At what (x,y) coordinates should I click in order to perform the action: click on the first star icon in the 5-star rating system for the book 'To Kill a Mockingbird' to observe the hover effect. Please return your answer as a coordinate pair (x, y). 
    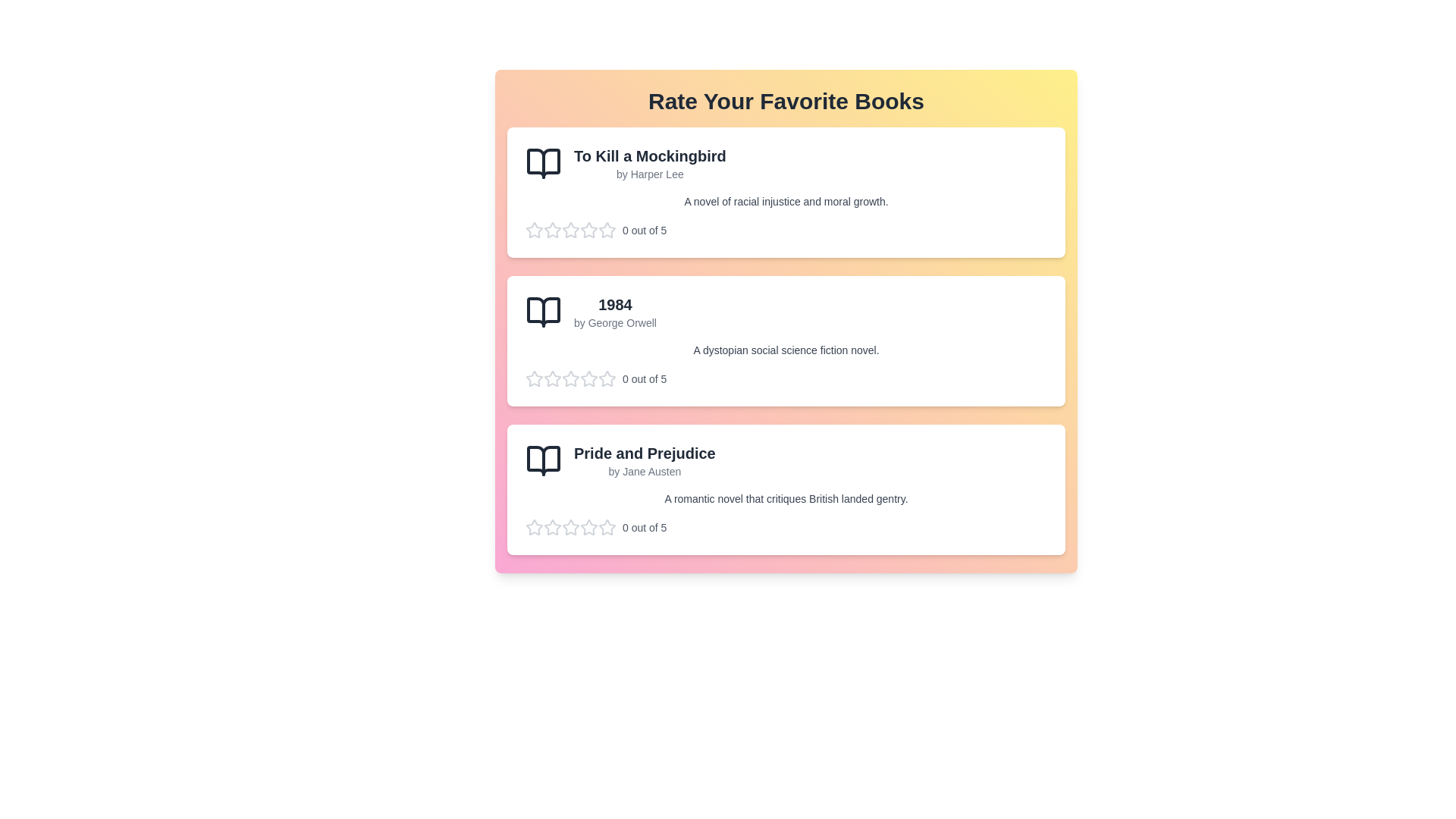
    Looking at the image, I should click on (535, 231).